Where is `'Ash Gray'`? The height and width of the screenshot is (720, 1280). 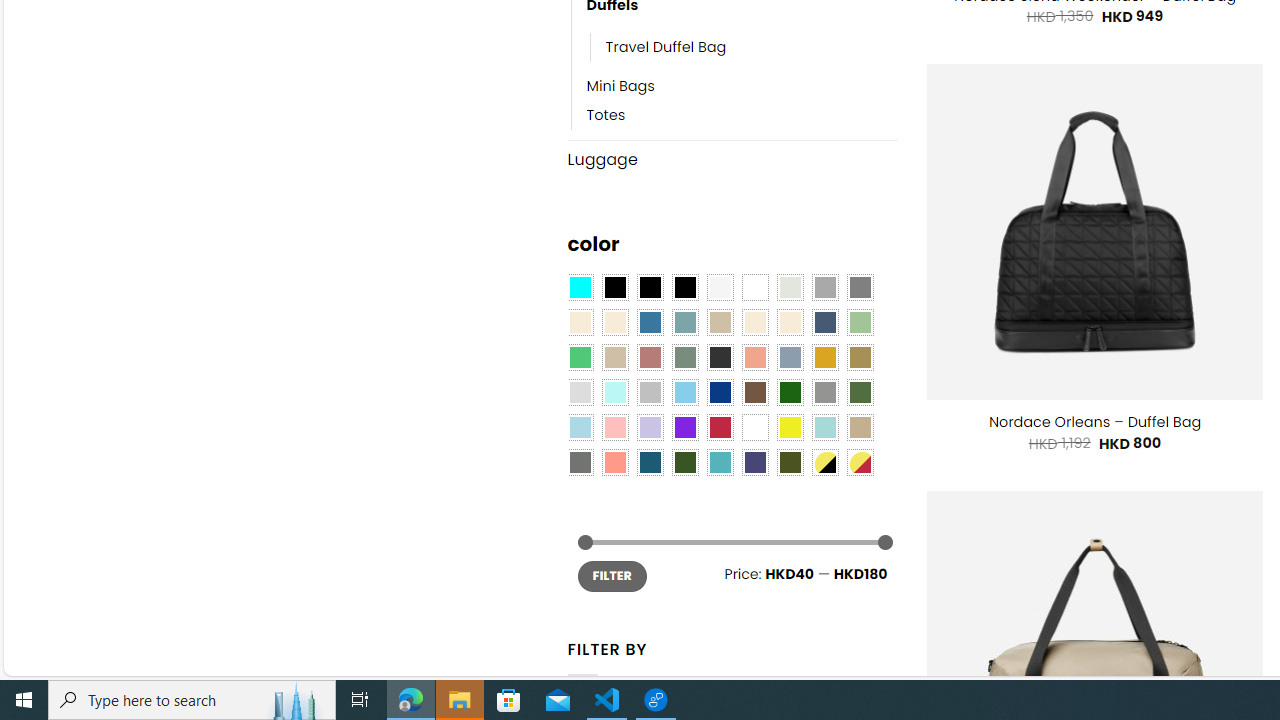
'Ash Gray' is located at coordinates (788, 288).